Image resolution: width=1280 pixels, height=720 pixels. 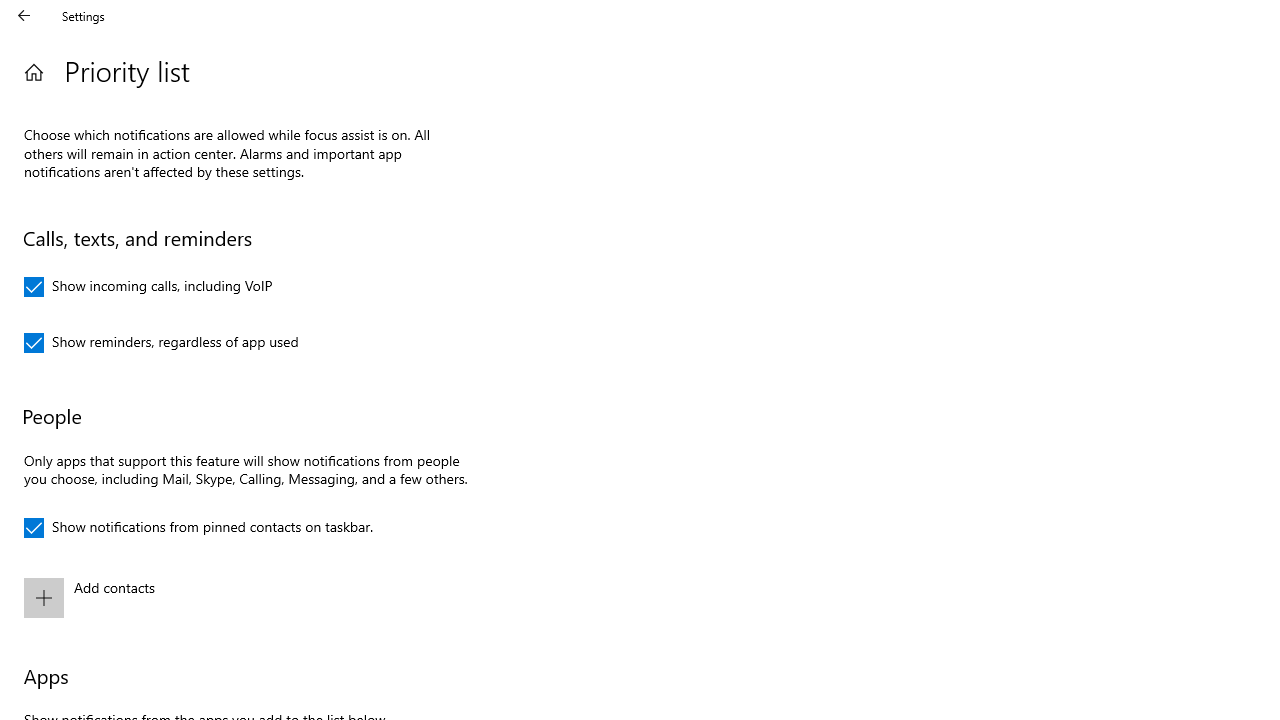 What do you see at coordinates (199, 527) in the screenshot?
I see `'Show notifications from pinned contacts on taskbar.'` at bounding box center [199, 527].